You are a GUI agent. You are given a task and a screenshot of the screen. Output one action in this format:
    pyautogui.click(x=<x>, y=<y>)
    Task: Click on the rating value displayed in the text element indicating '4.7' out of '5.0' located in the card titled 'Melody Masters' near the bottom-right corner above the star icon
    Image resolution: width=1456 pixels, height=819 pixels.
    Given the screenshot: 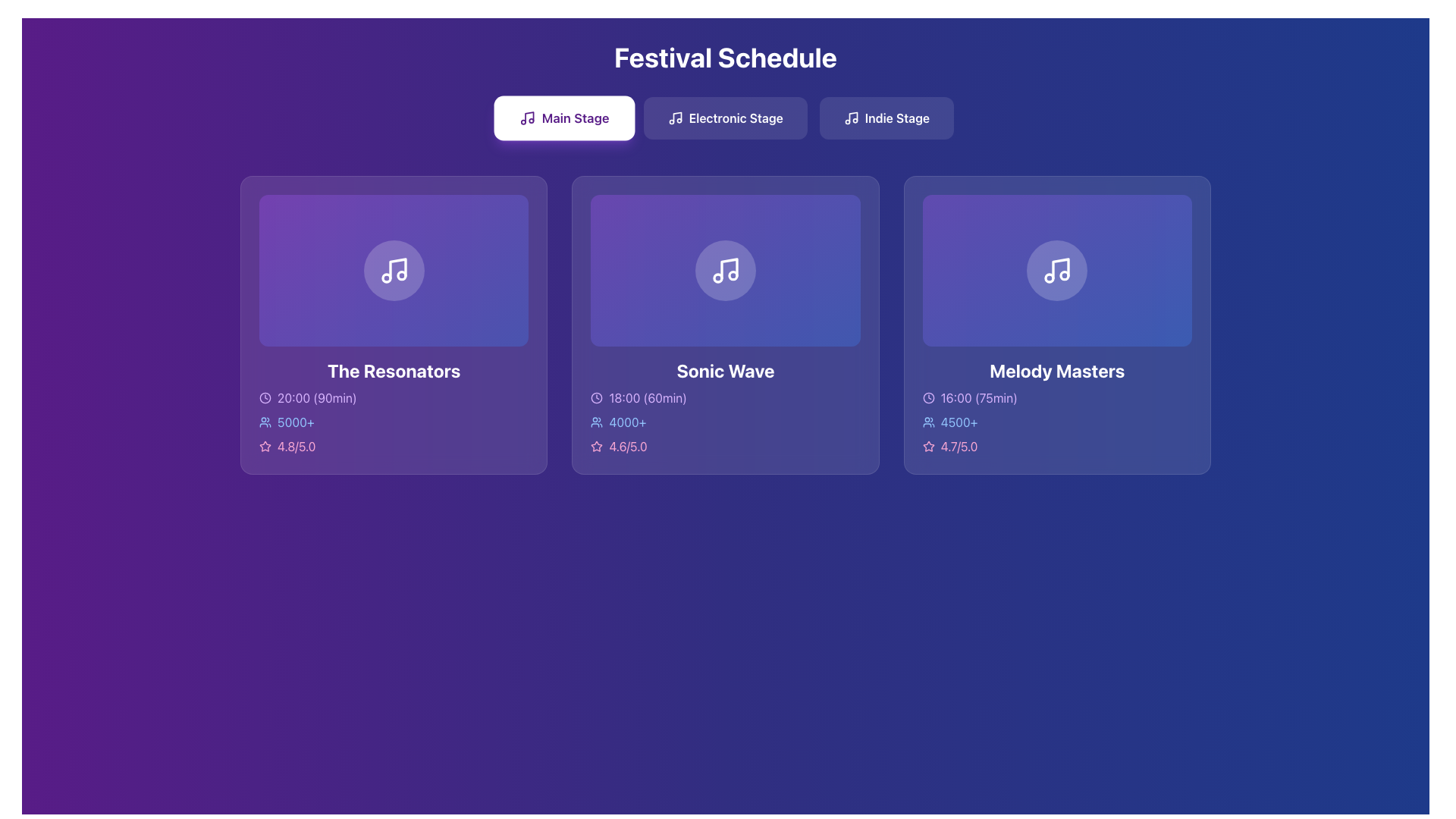 What is the action you would take?
    pyautogui.click(x=959, y=445)
    